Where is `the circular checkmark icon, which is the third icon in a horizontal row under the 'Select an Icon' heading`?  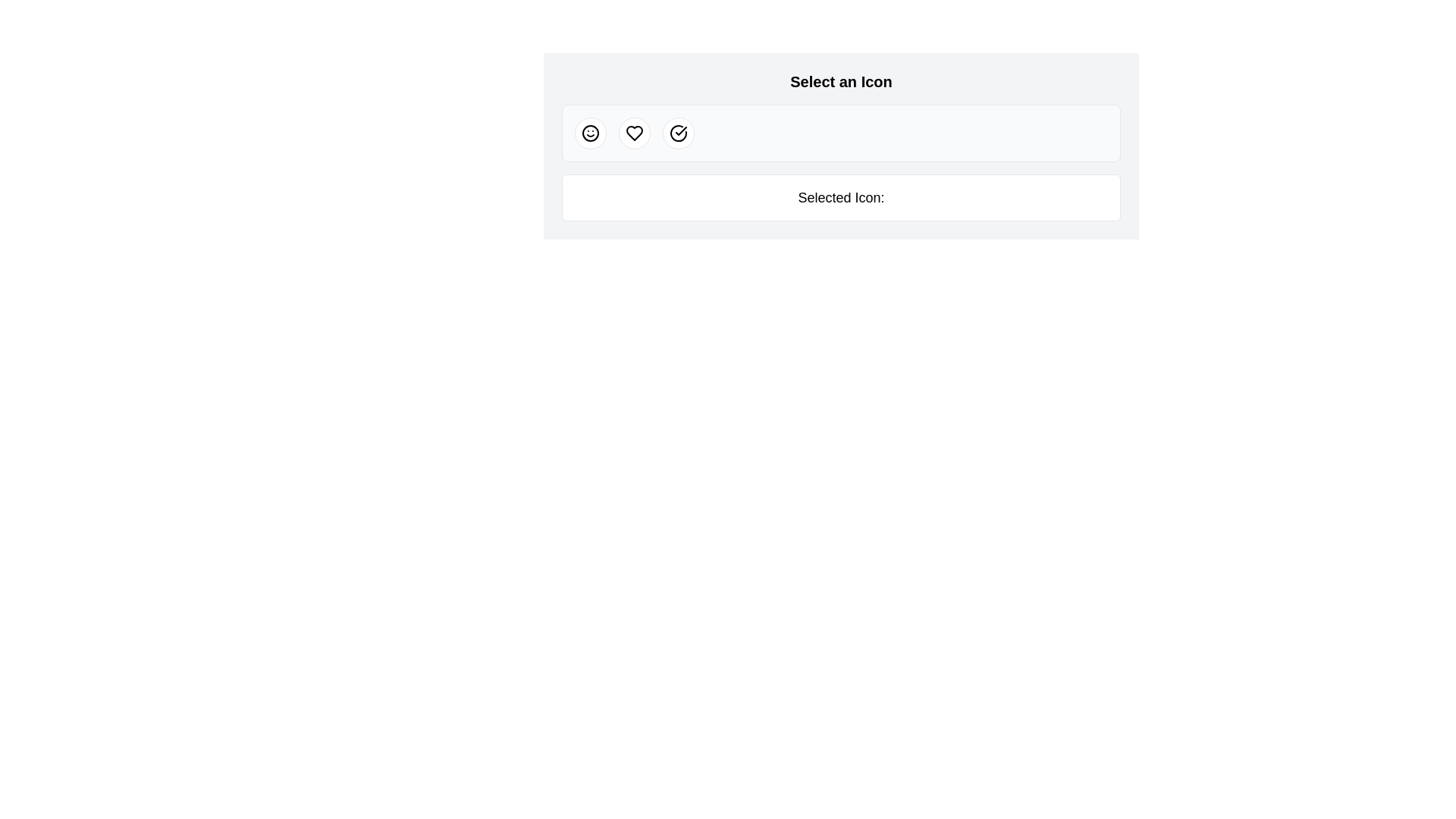
the circular checkmark icon, which is the third icon in a horizontal row under the 'Select an Icon' heading is located at coordinates (677, 133).